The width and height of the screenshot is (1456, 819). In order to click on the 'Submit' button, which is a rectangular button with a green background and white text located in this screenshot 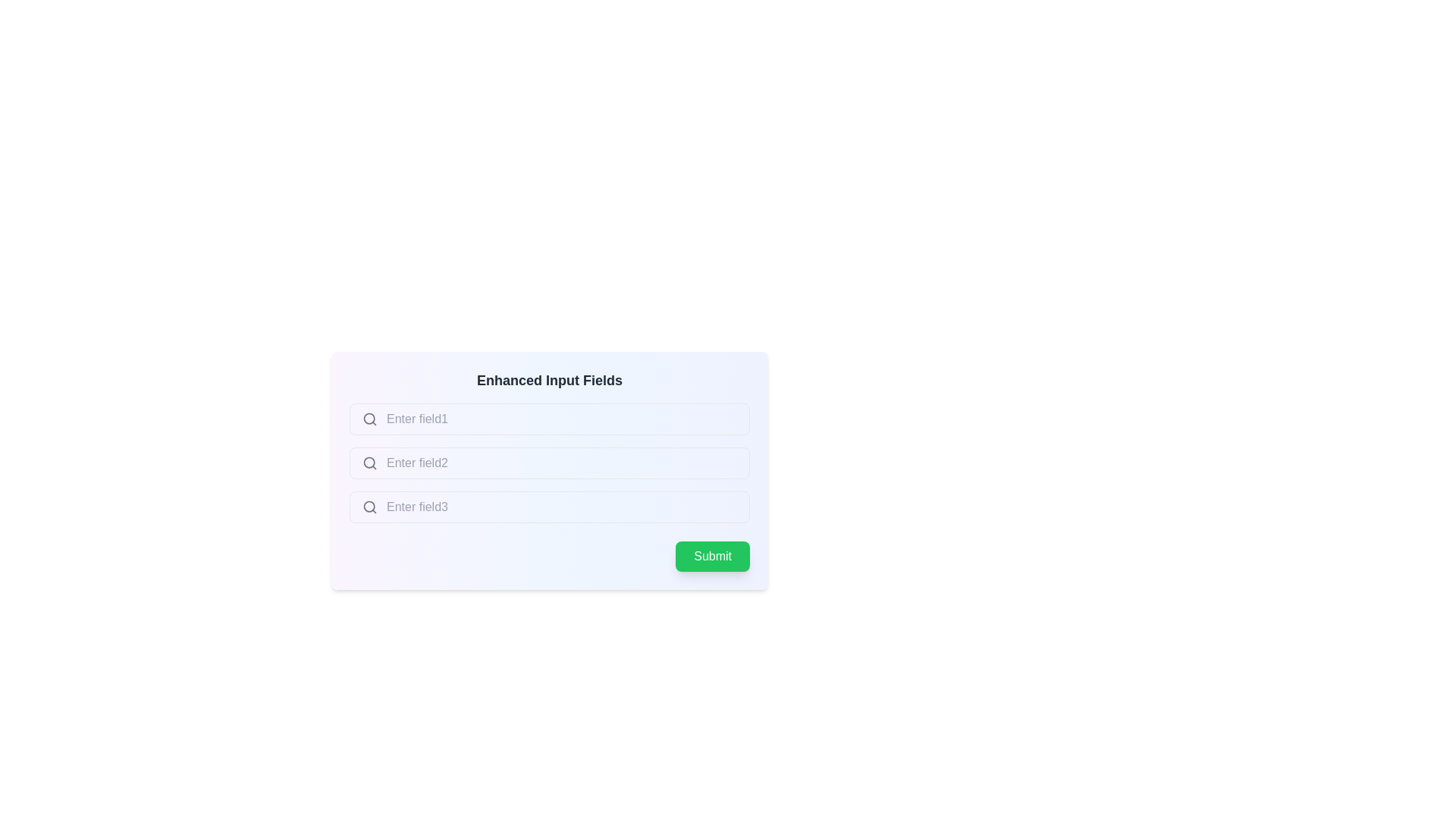, I will do `click(712, 556)`.